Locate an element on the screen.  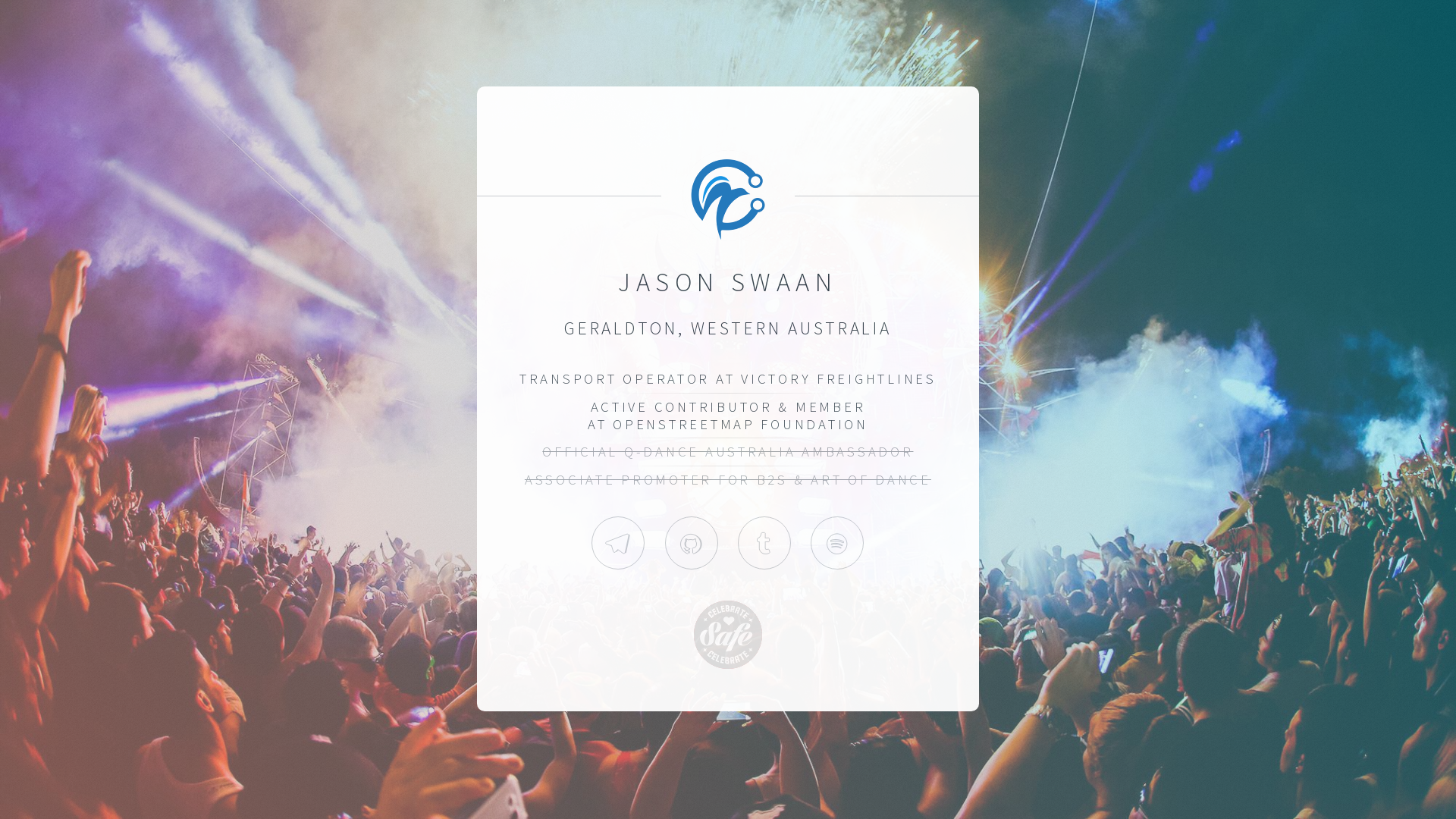
'SPOTIFY' is located at coordinates (836, 542).